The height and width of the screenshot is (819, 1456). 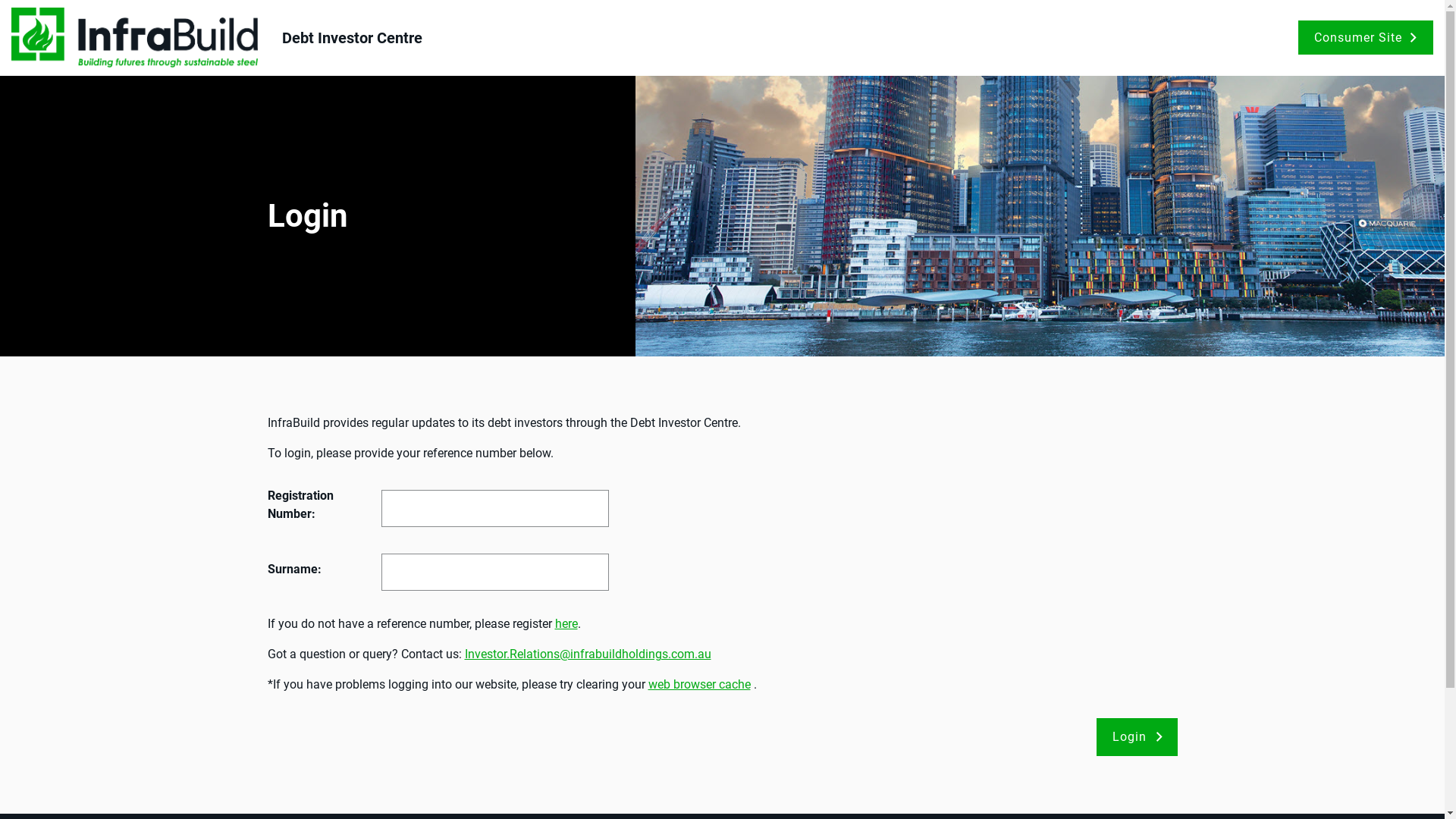 I want to click on 'here', so click(x=566, y=623).